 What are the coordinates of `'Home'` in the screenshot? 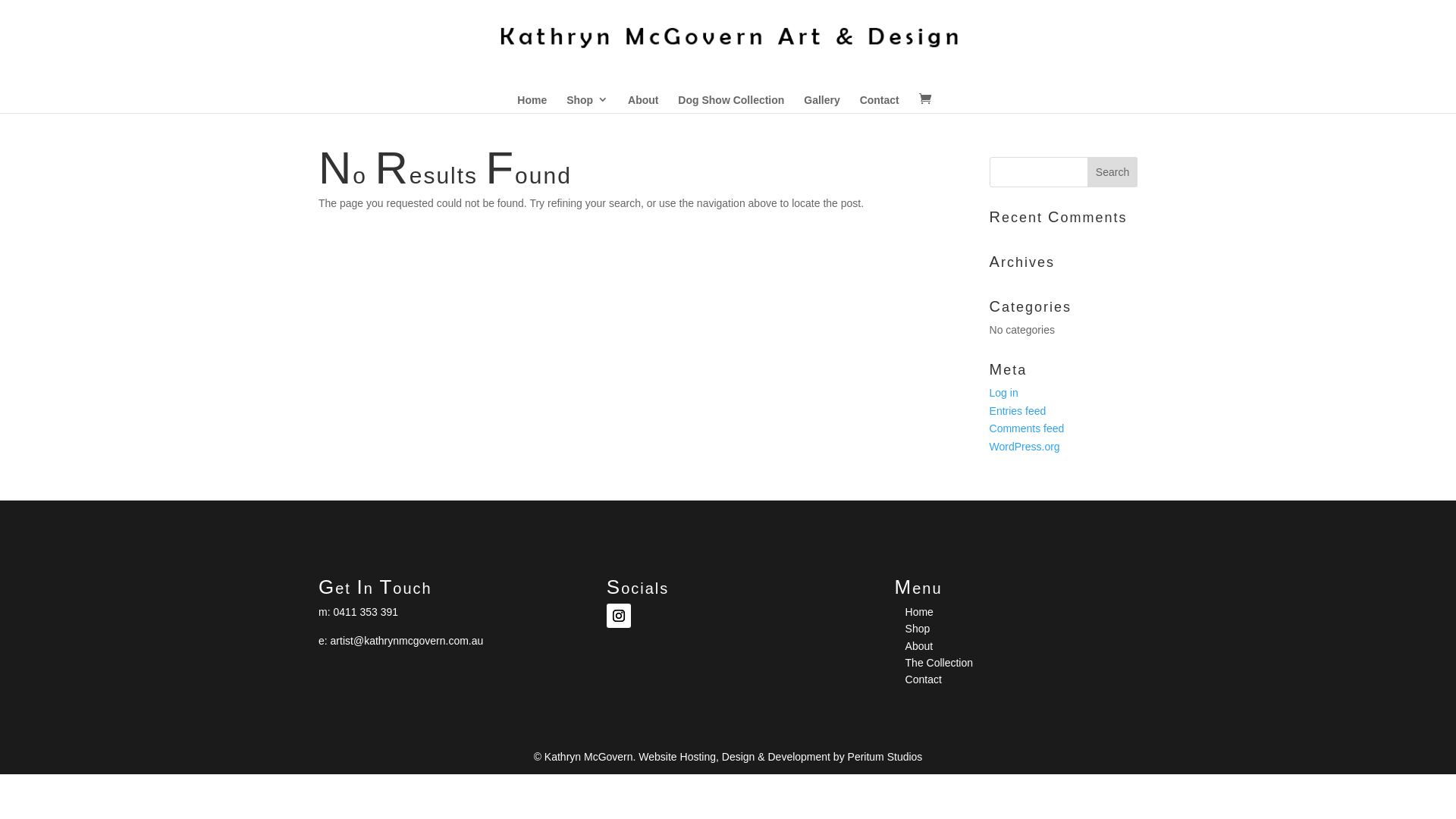 It's located at (532, 94).